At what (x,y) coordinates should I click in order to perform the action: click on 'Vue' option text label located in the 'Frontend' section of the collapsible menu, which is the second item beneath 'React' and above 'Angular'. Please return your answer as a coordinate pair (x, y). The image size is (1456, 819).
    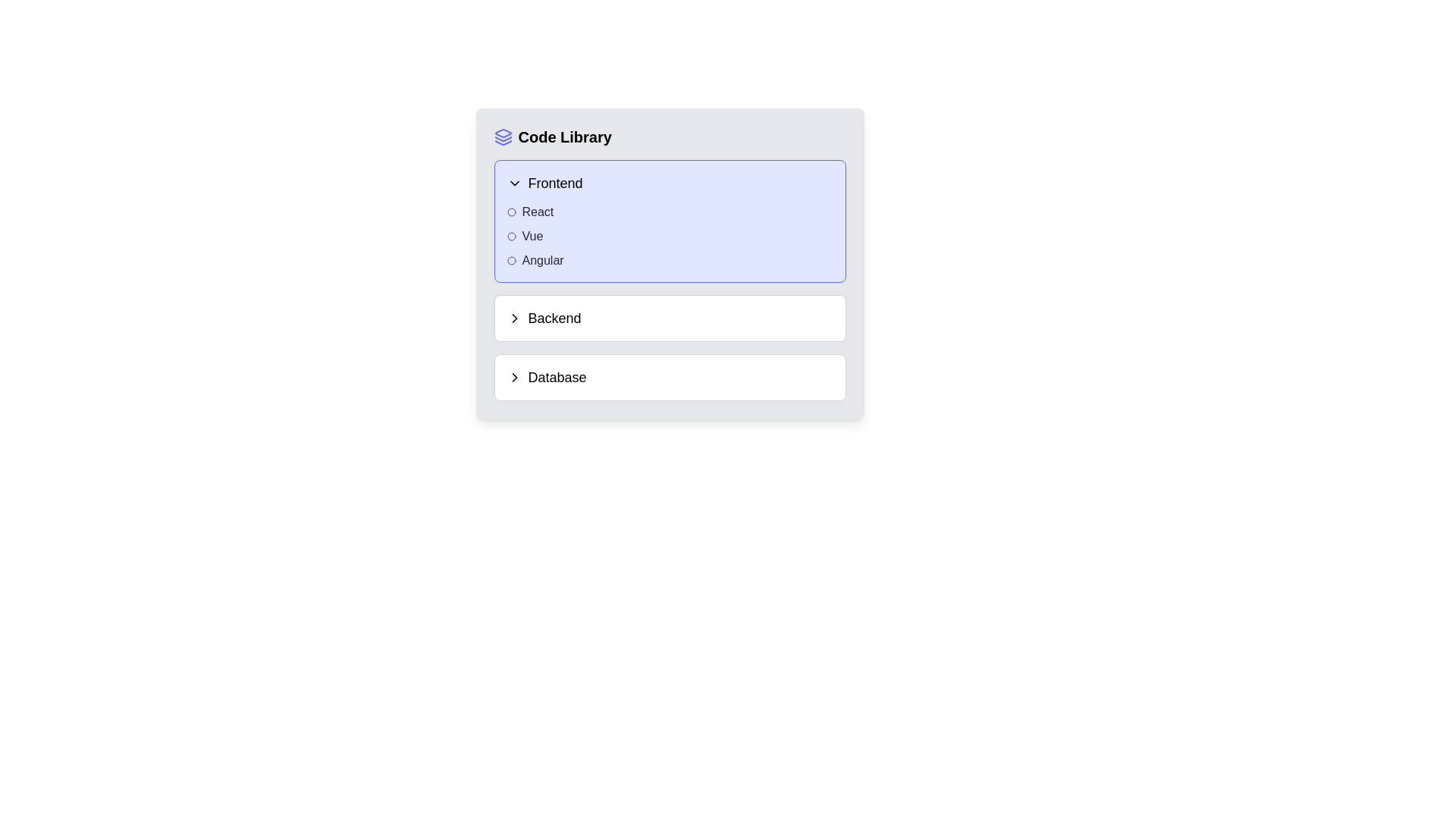
    Looking at the image, I should click on (532, 237).